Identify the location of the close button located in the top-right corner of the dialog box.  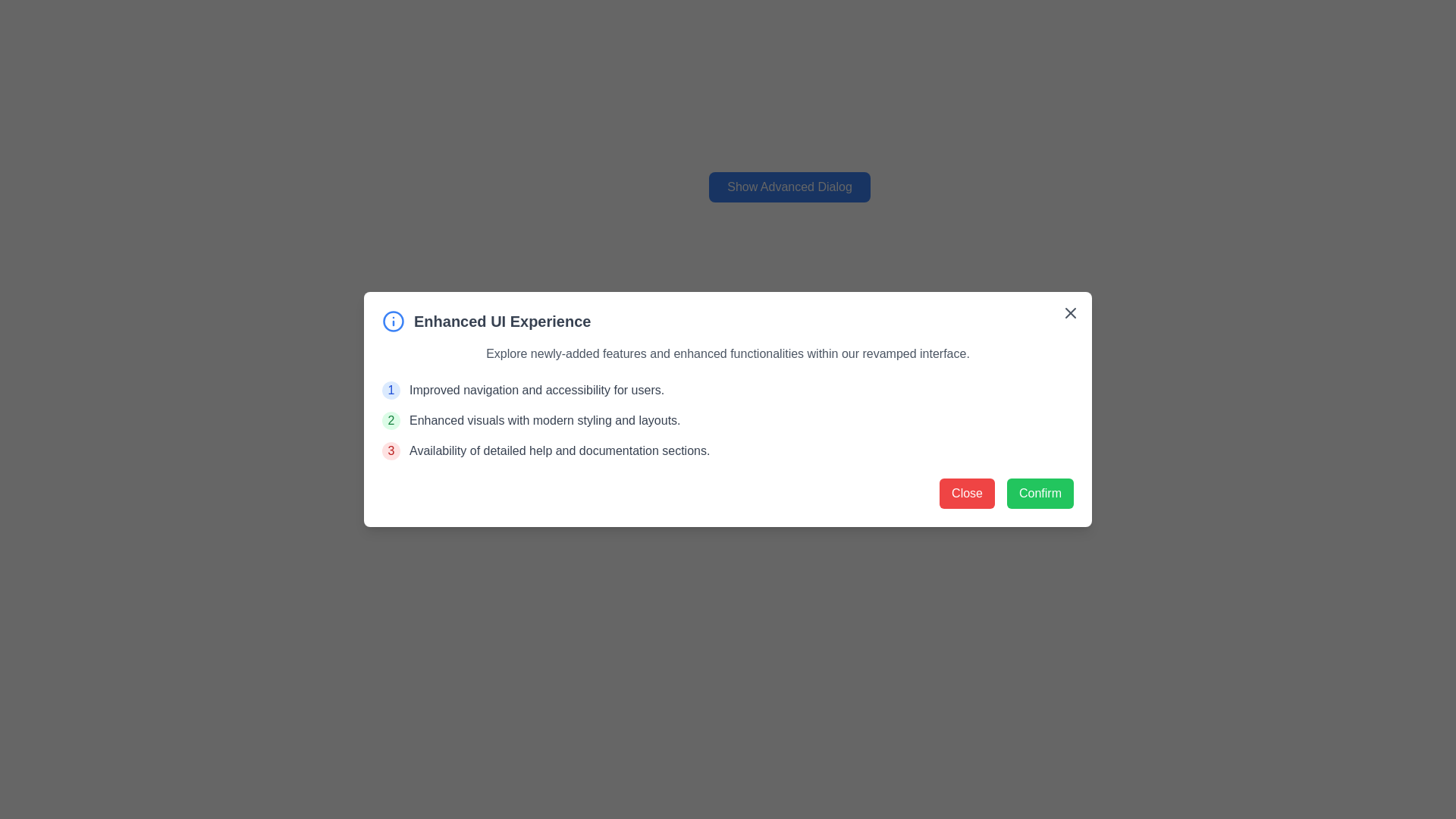
(1069, 312).